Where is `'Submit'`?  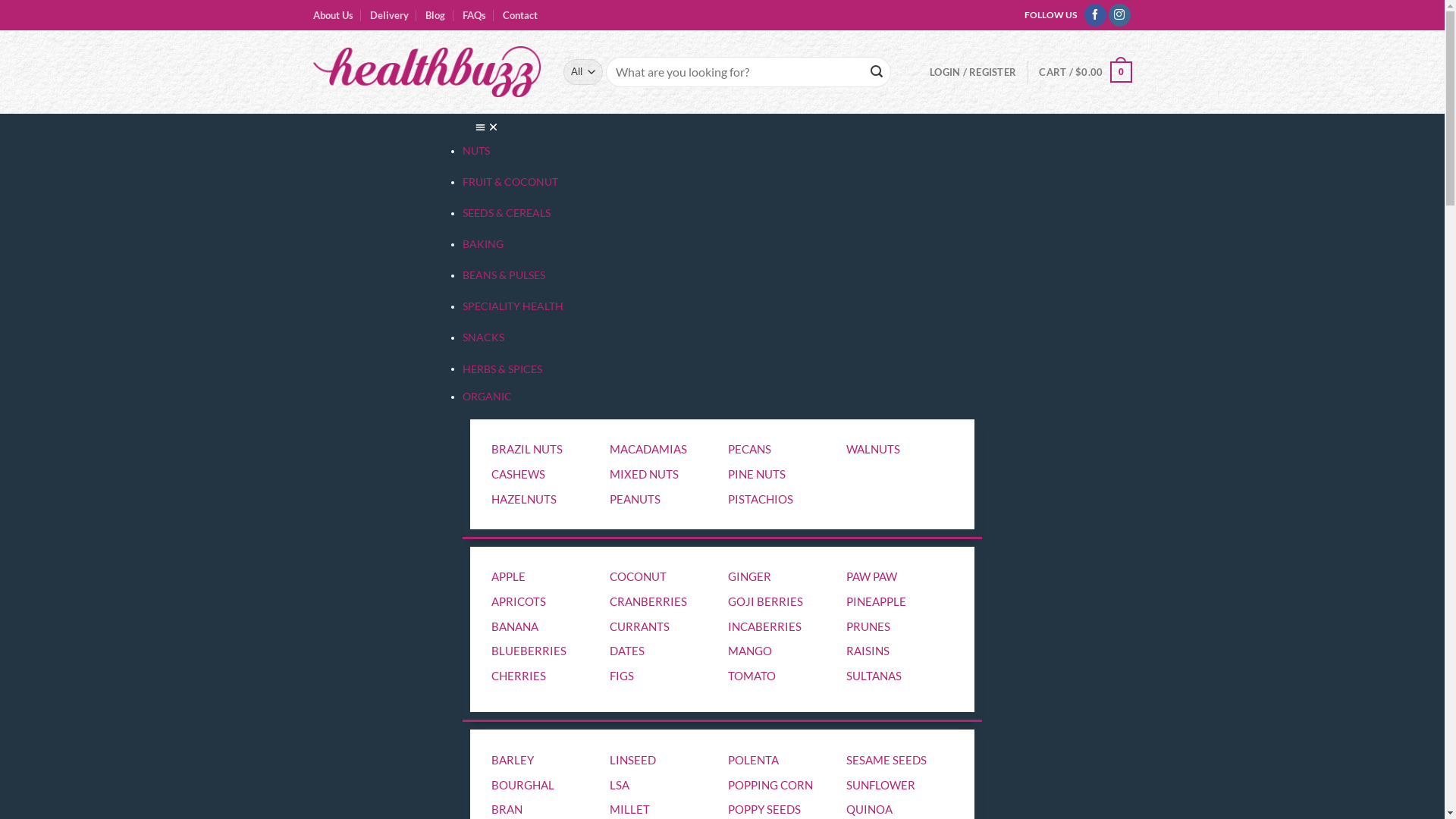
'Submit' is located at coordinates (39, 14).